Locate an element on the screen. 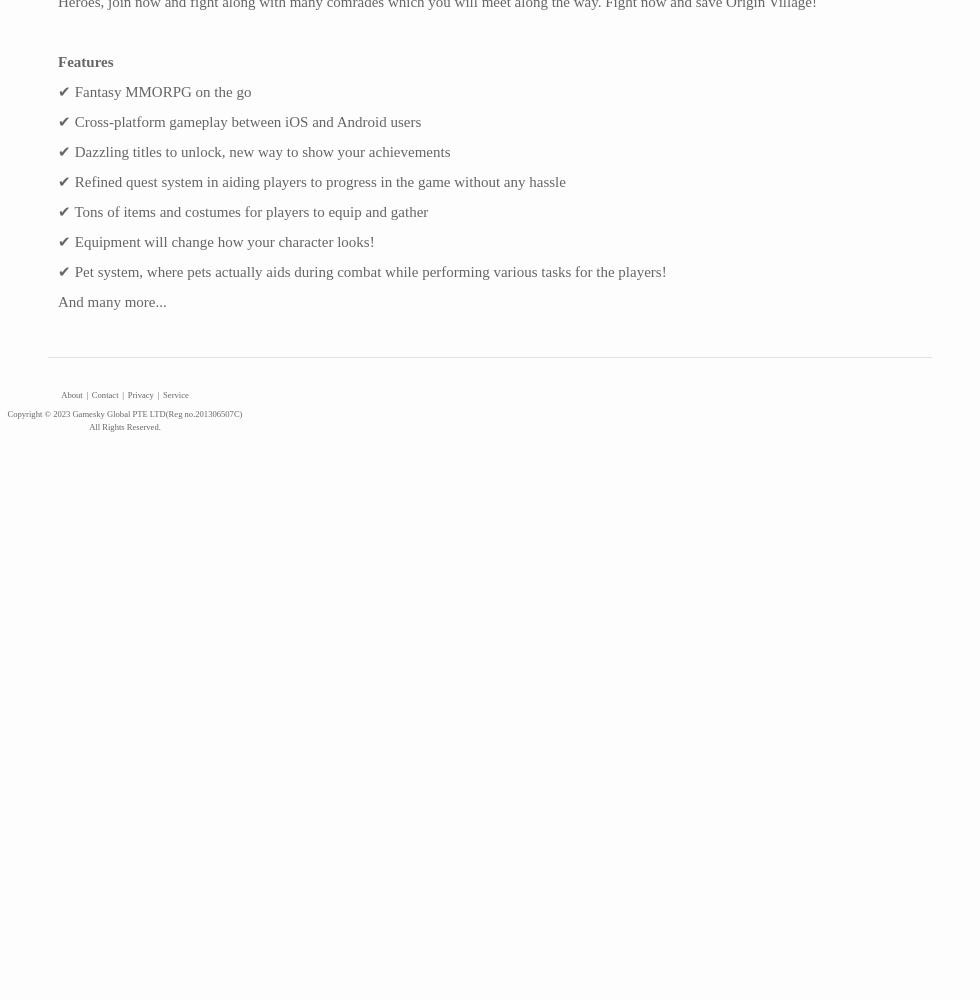 The height and width of the screenshot is (1000, 980). 'Privacy' is located at coordinates (127, 394).